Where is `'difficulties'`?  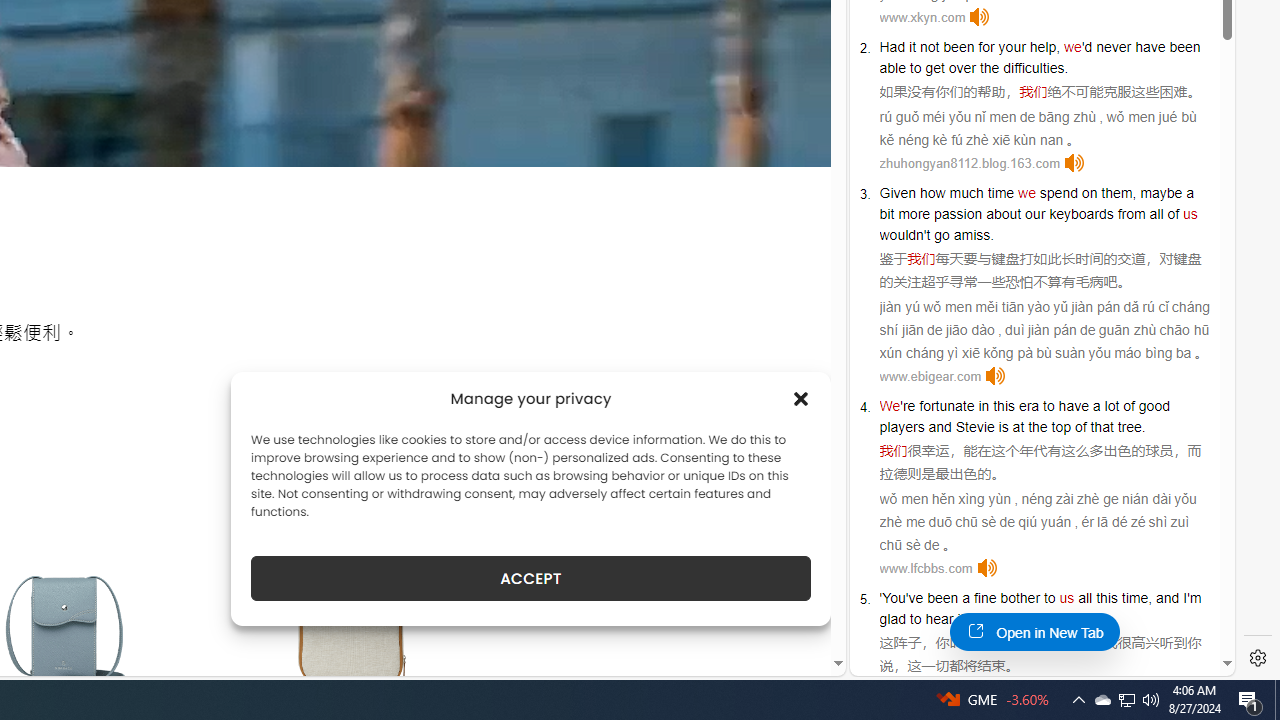 'difficulties' is located at coordinates (1034, 67).